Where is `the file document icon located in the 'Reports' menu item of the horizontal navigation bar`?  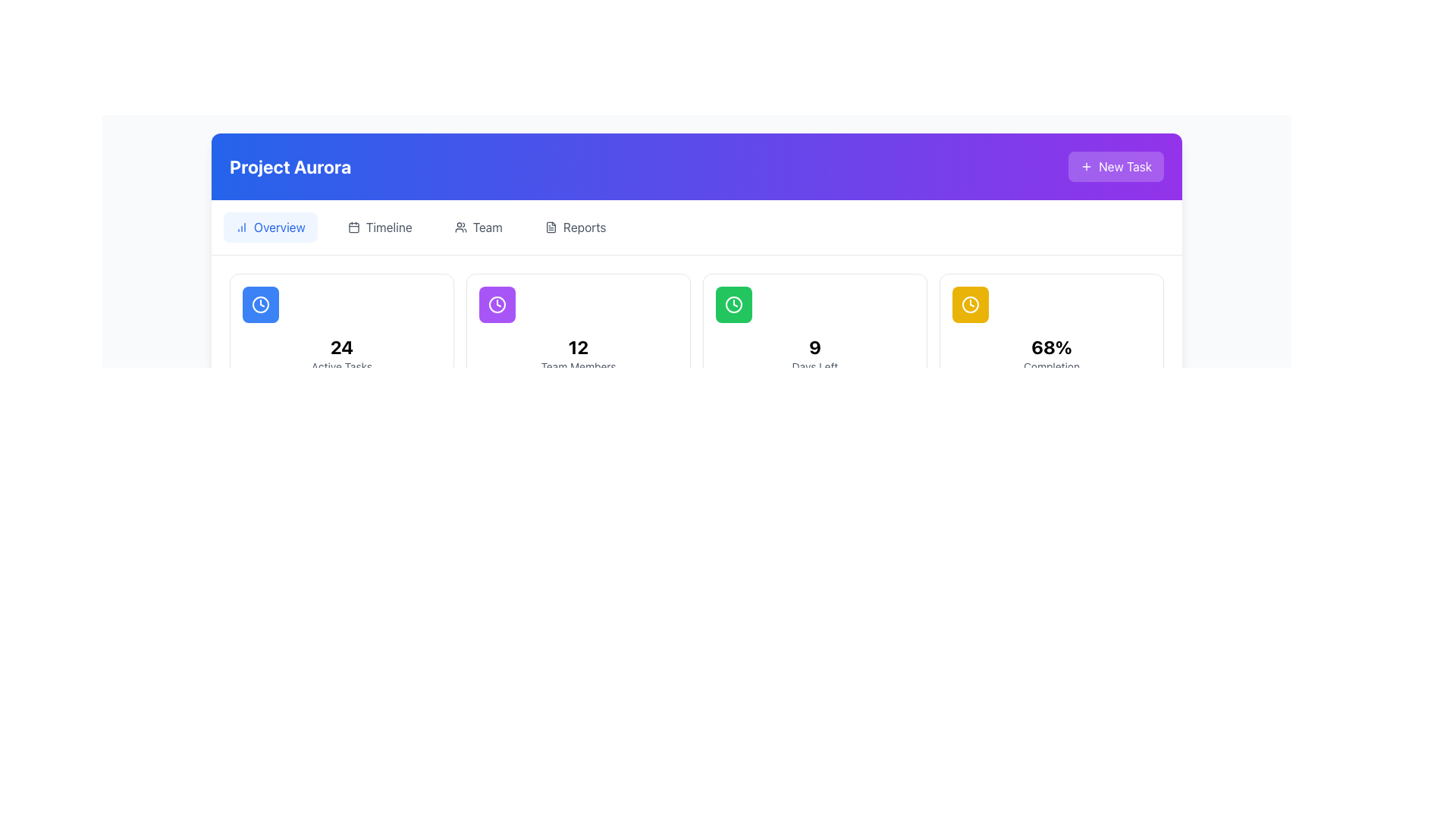
the file document icon located in the 'Reports' menu item of the horizontal navigation bar is located at coordinates (550, 227).